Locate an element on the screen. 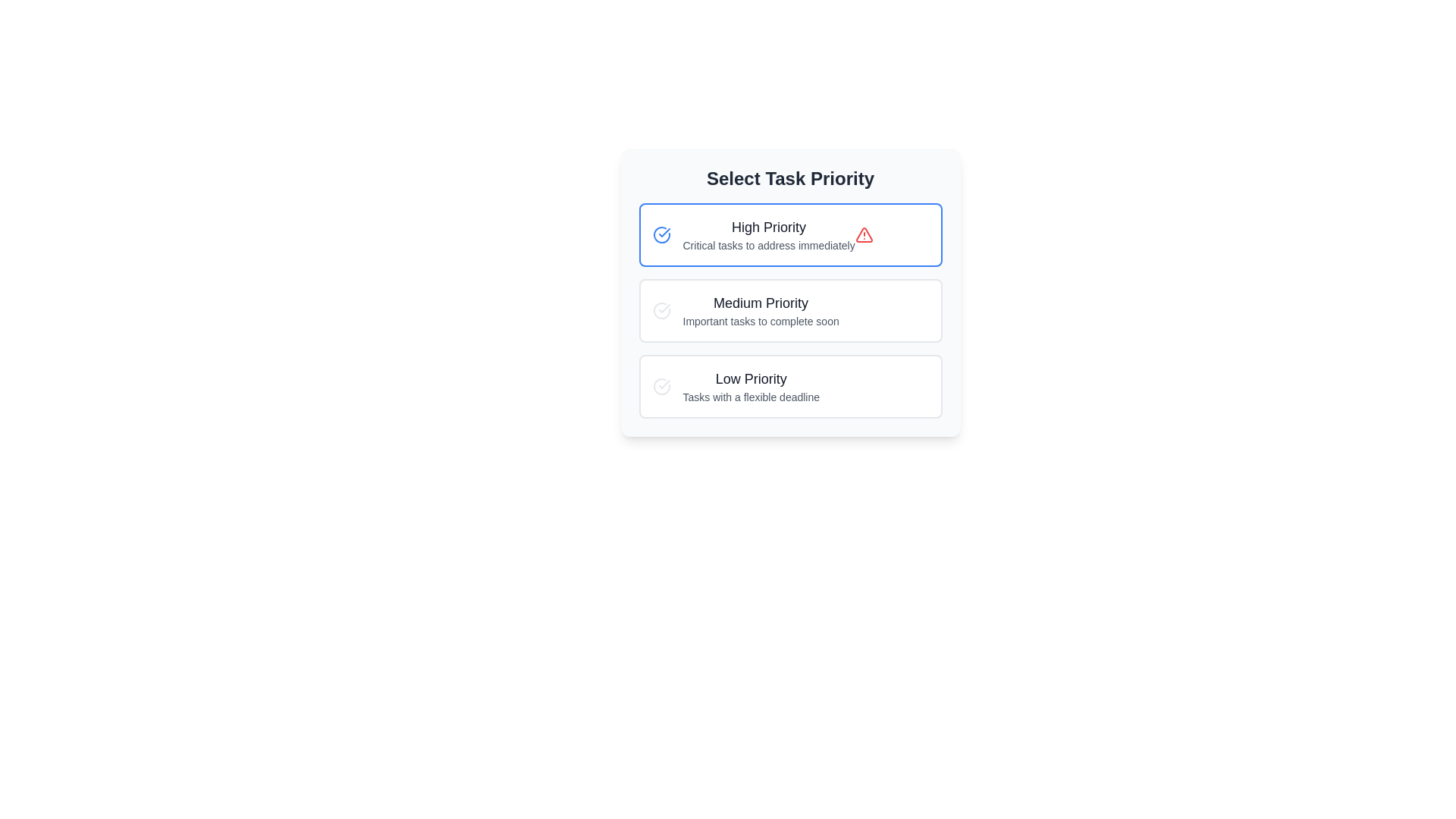 The width and height of the screenshot is (1456, 819). the static text element that indicates high-priority task category, positioned at the upper-left corner of the first selectable card in a list of three priority level cards is located at coordinates (769, 227).